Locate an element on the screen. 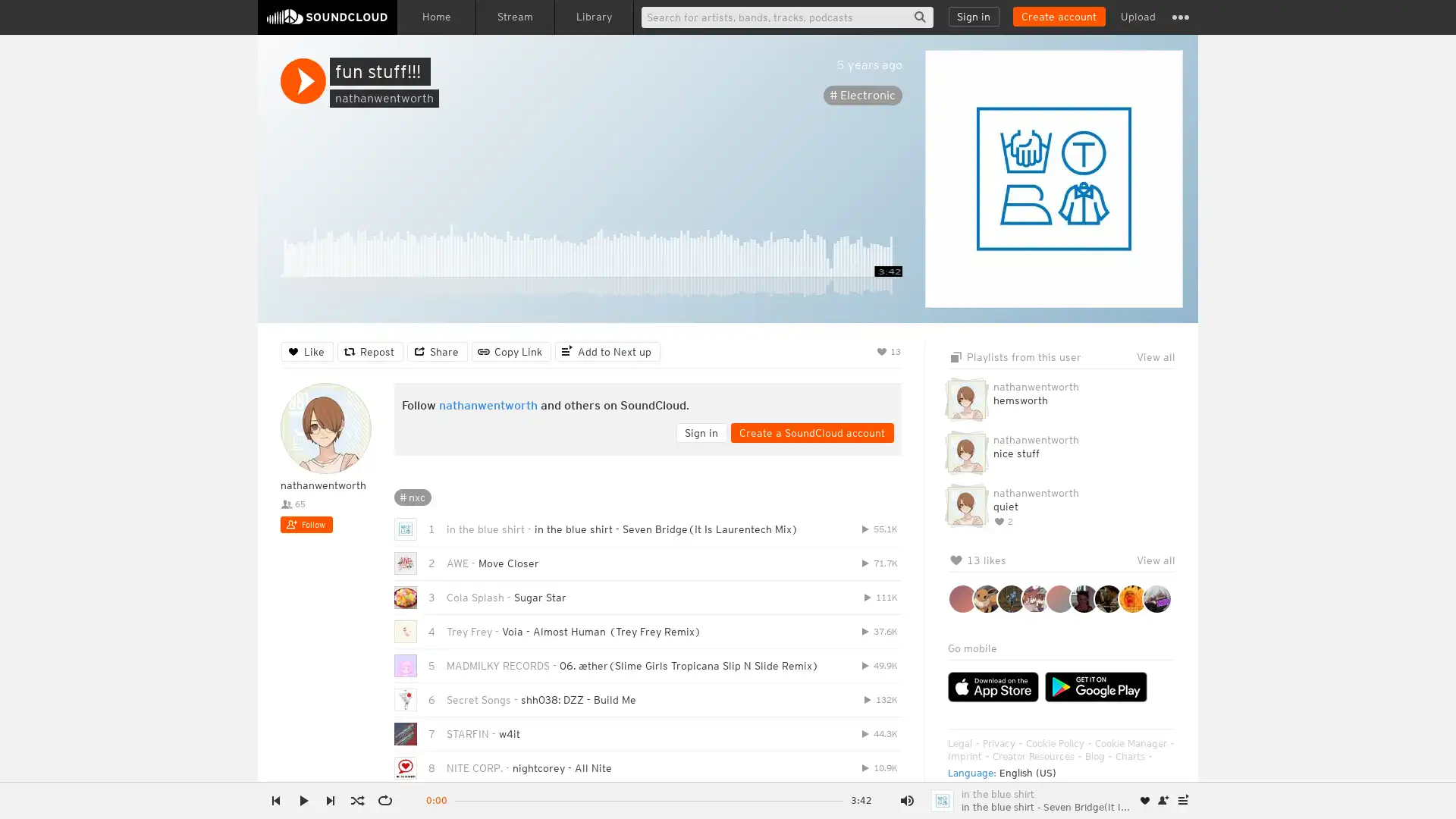 Image resolution: width=1456 pixels, height=819 pixels. Like is located at coordinates (306, 350).